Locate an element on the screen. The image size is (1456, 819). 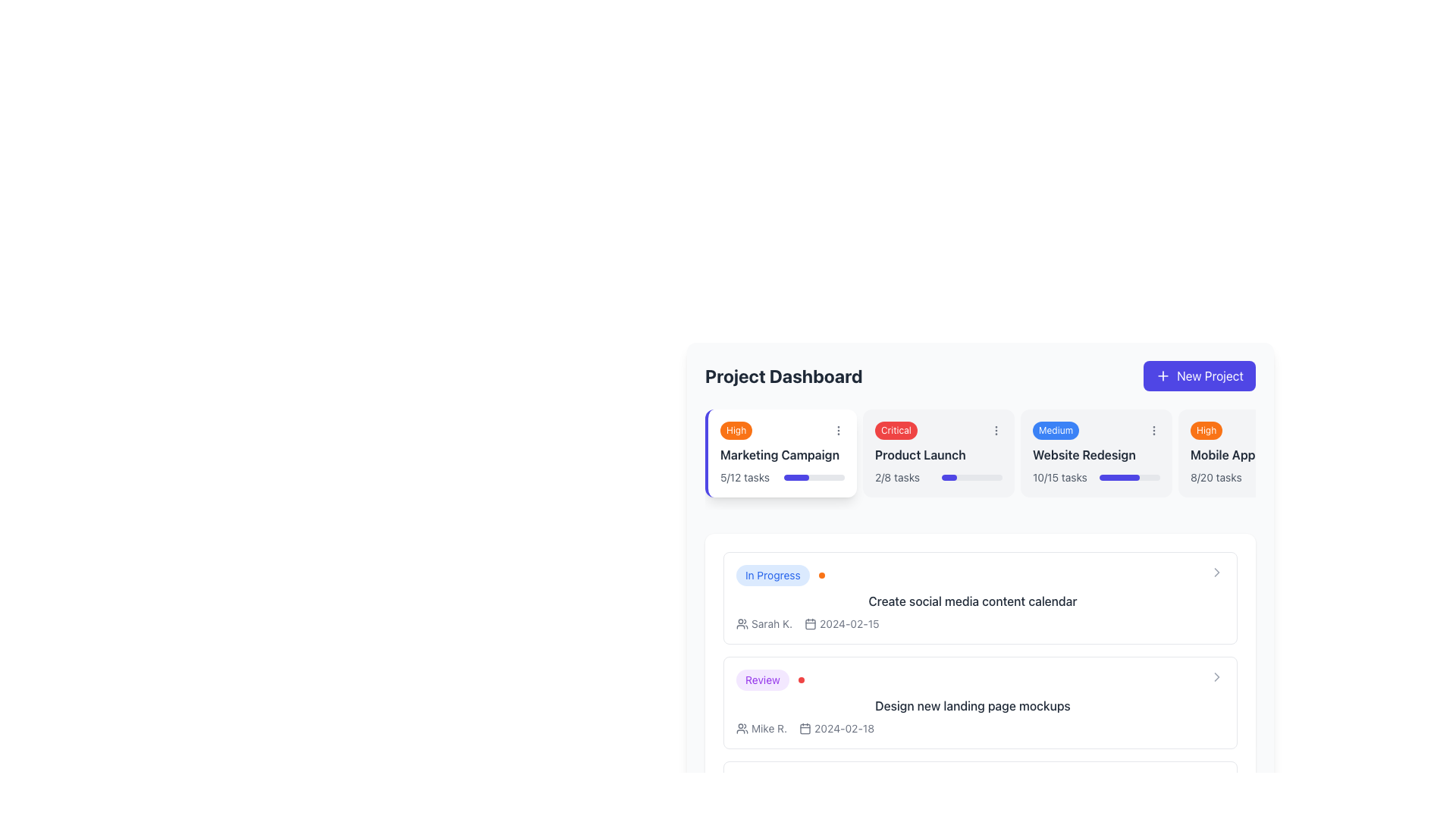
the Information card labeled 'In Progress' with the task title 'Create social media content calendar' is located at coordinates (972, 598).